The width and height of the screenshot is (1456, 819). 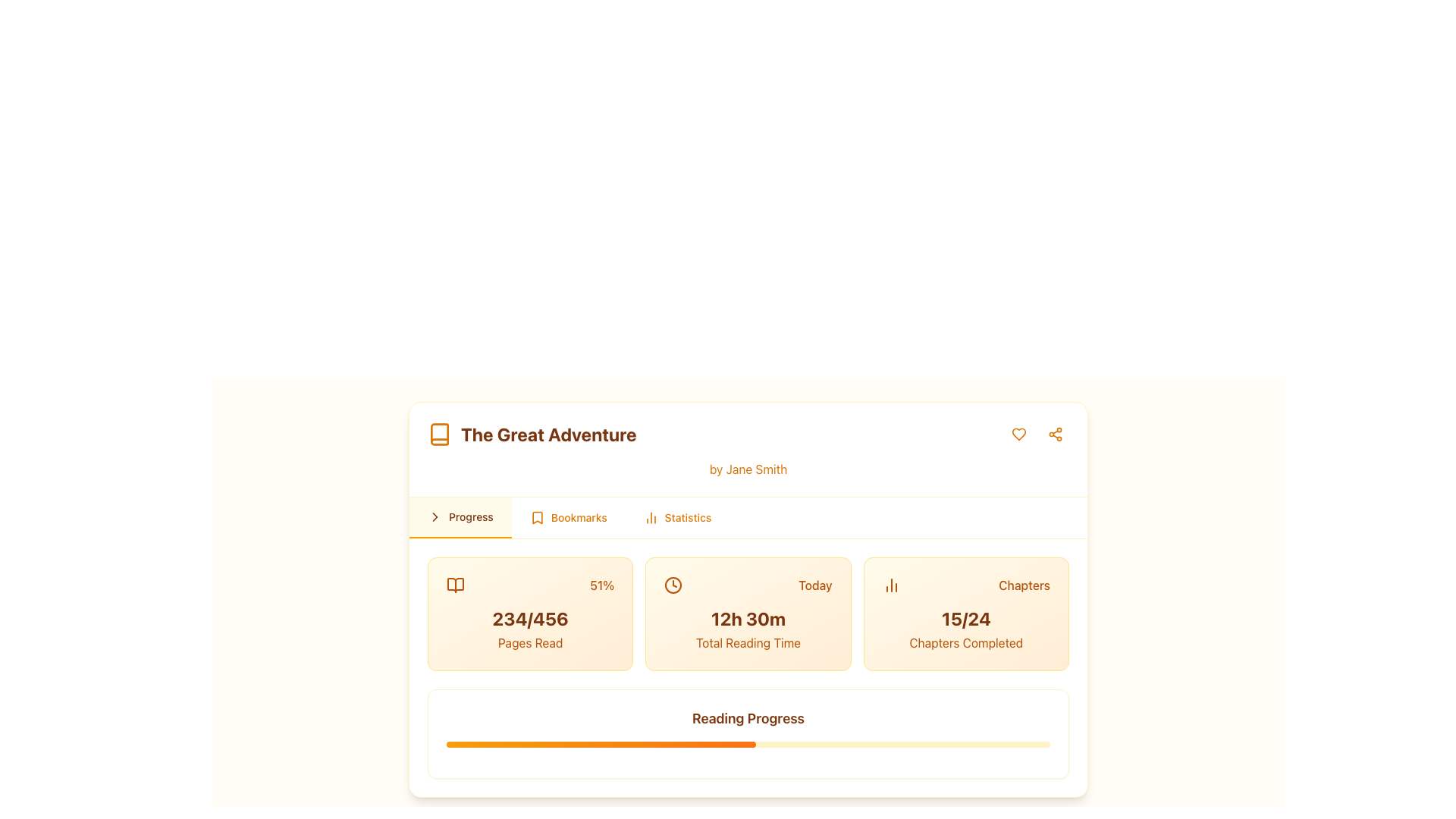 I want to click on text content of the amber-colored label displaying 'by Jane Smith', located directly below the title 'The Great Adventure', so click(x=748, y=468).